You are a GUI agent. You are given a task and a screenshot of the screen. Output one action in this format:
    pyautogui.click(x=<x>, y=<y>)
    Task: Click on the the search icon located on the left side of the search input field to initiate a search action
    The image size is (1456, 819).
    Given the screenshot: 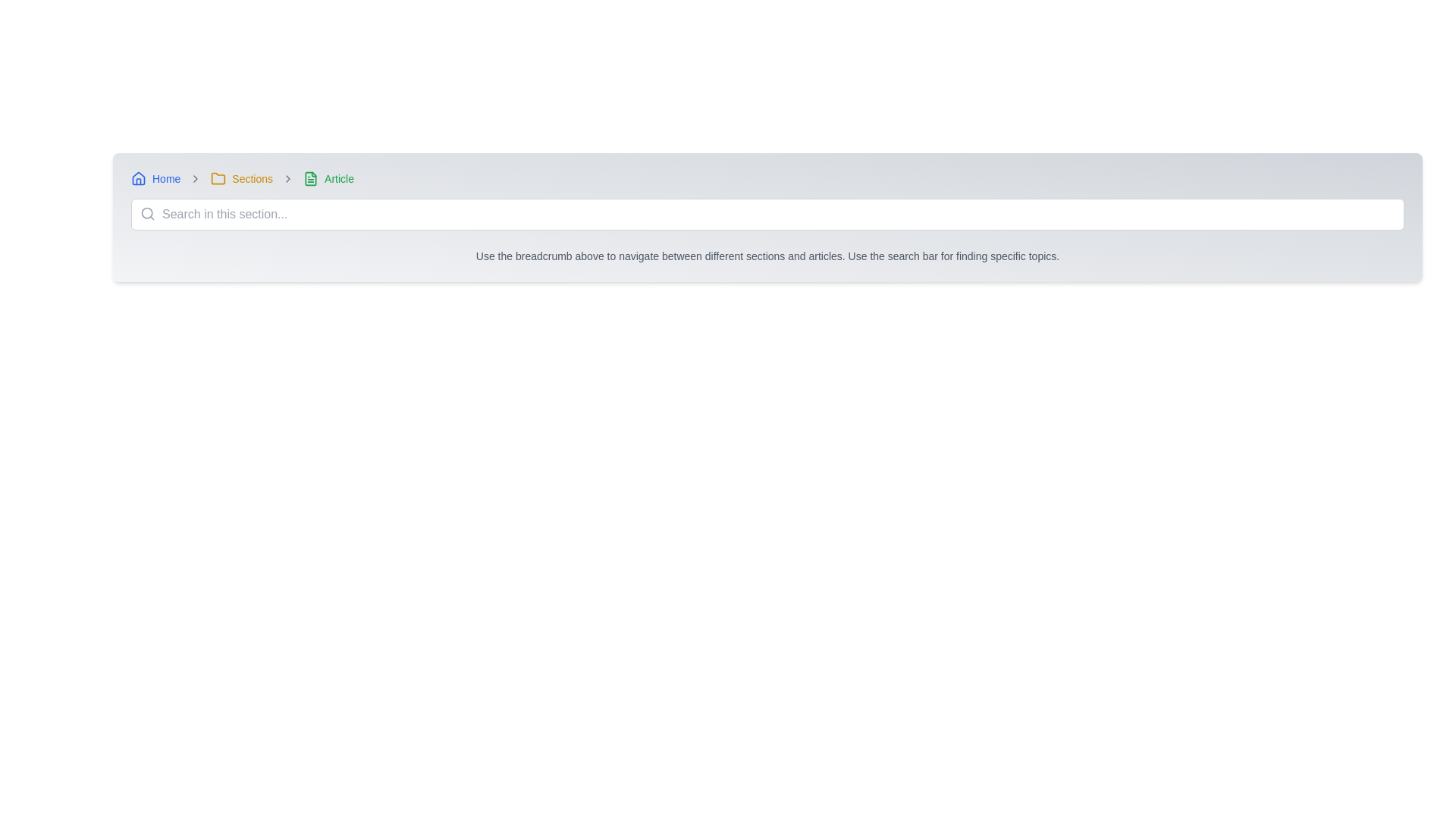 What is the action you would take?
    pyautogui.click(x=148, y=213)
    